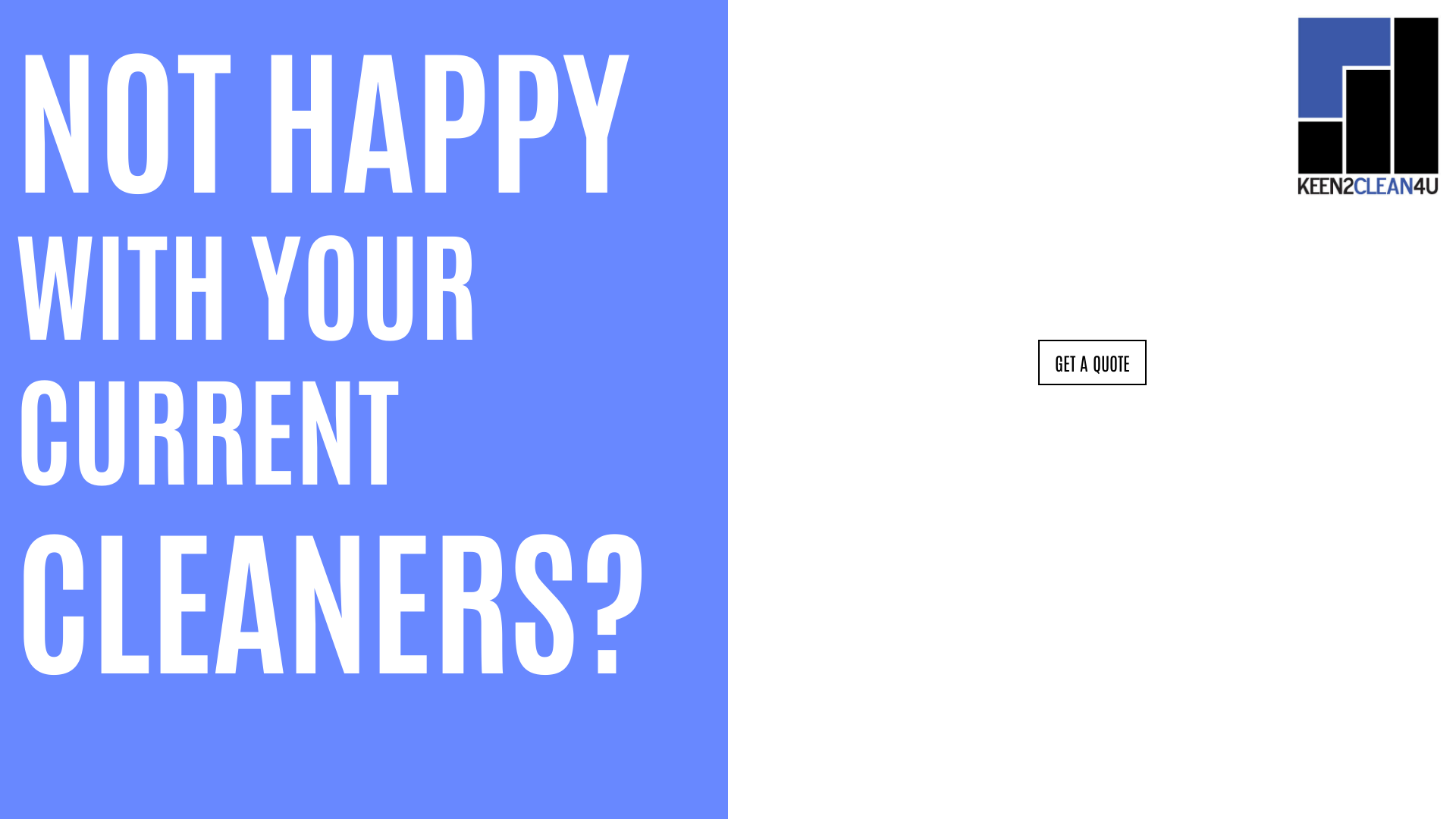 This screenshot has width=1456, height=819. Describe the element at coordinates (1090, 362) in the screenshot. I see `'GET A QUOTE'` at that location.